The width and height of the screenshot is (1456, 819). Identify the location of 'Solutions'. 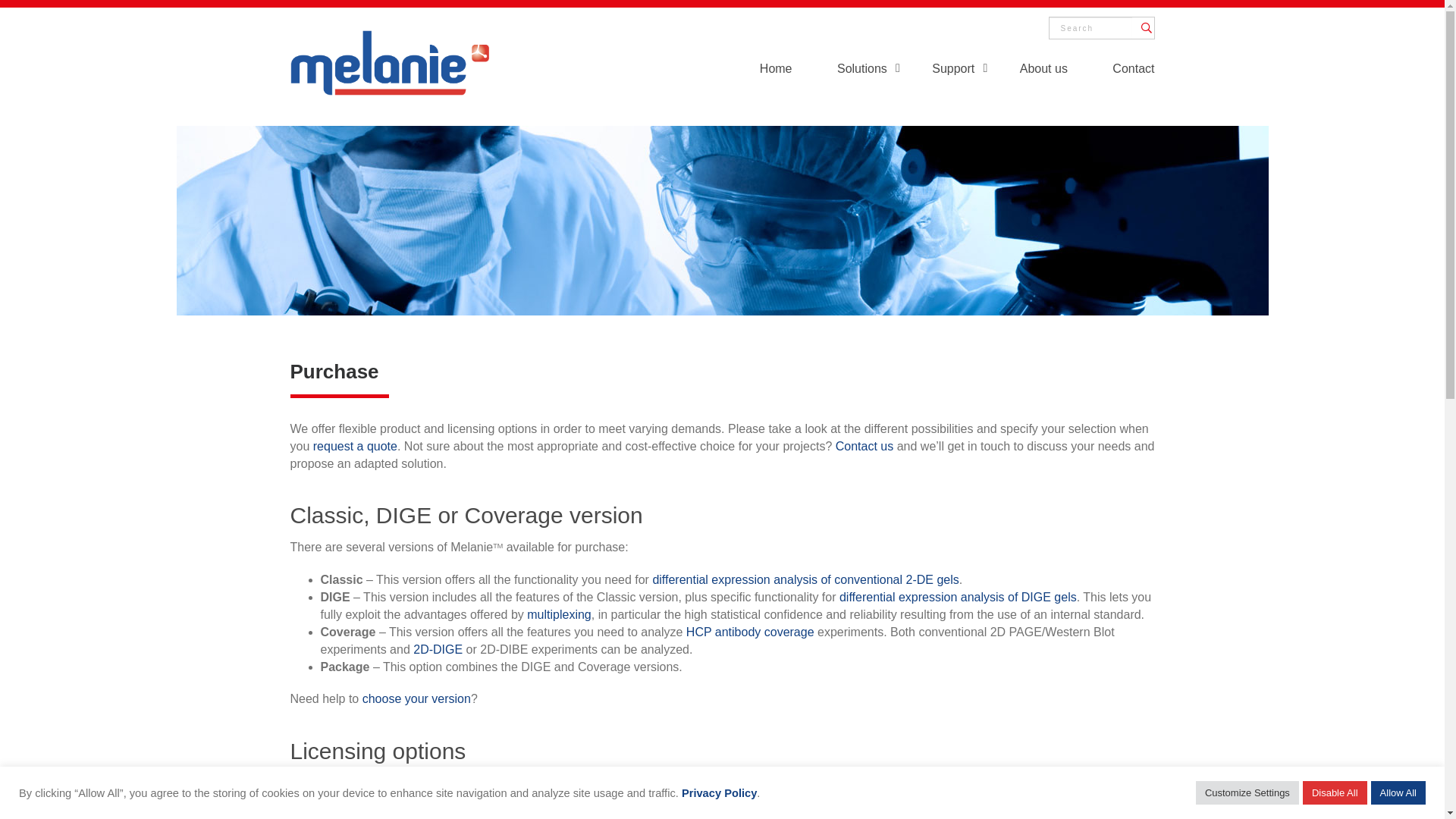
(862, 71).